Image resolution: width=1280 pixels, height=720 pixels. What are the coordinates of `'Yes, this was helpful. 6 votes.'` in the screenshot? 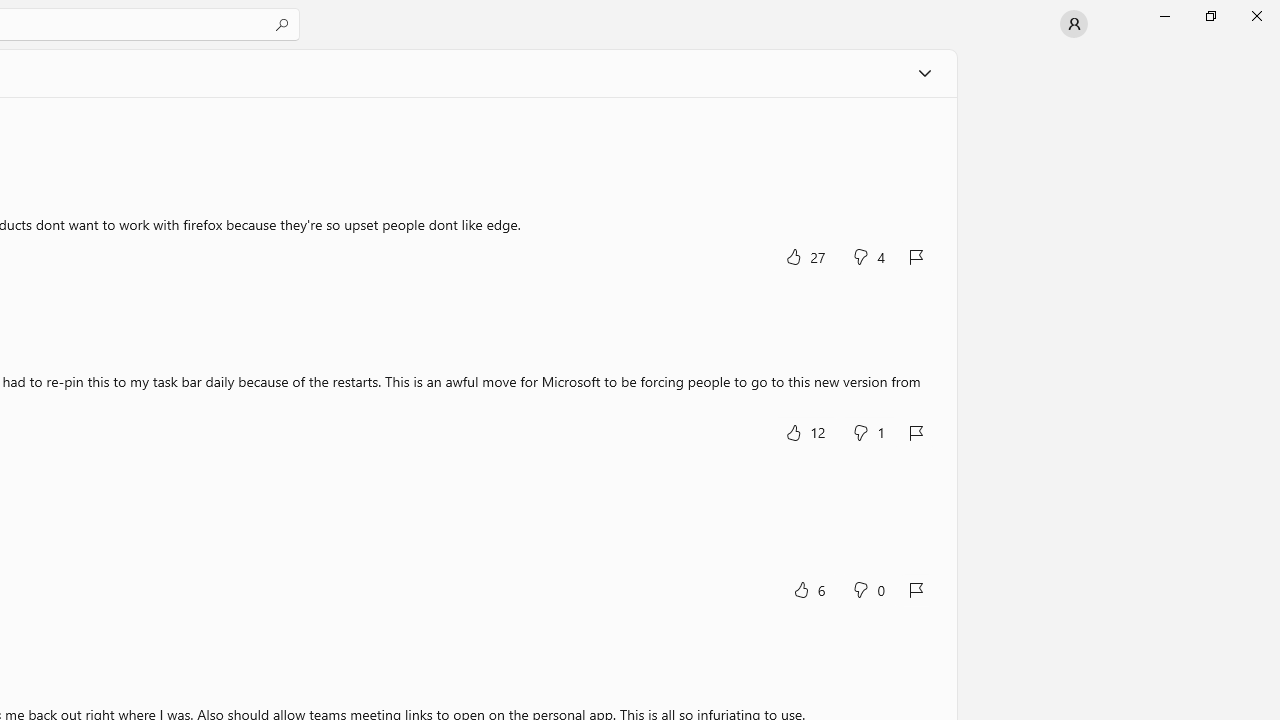 It's located at (808, 588).